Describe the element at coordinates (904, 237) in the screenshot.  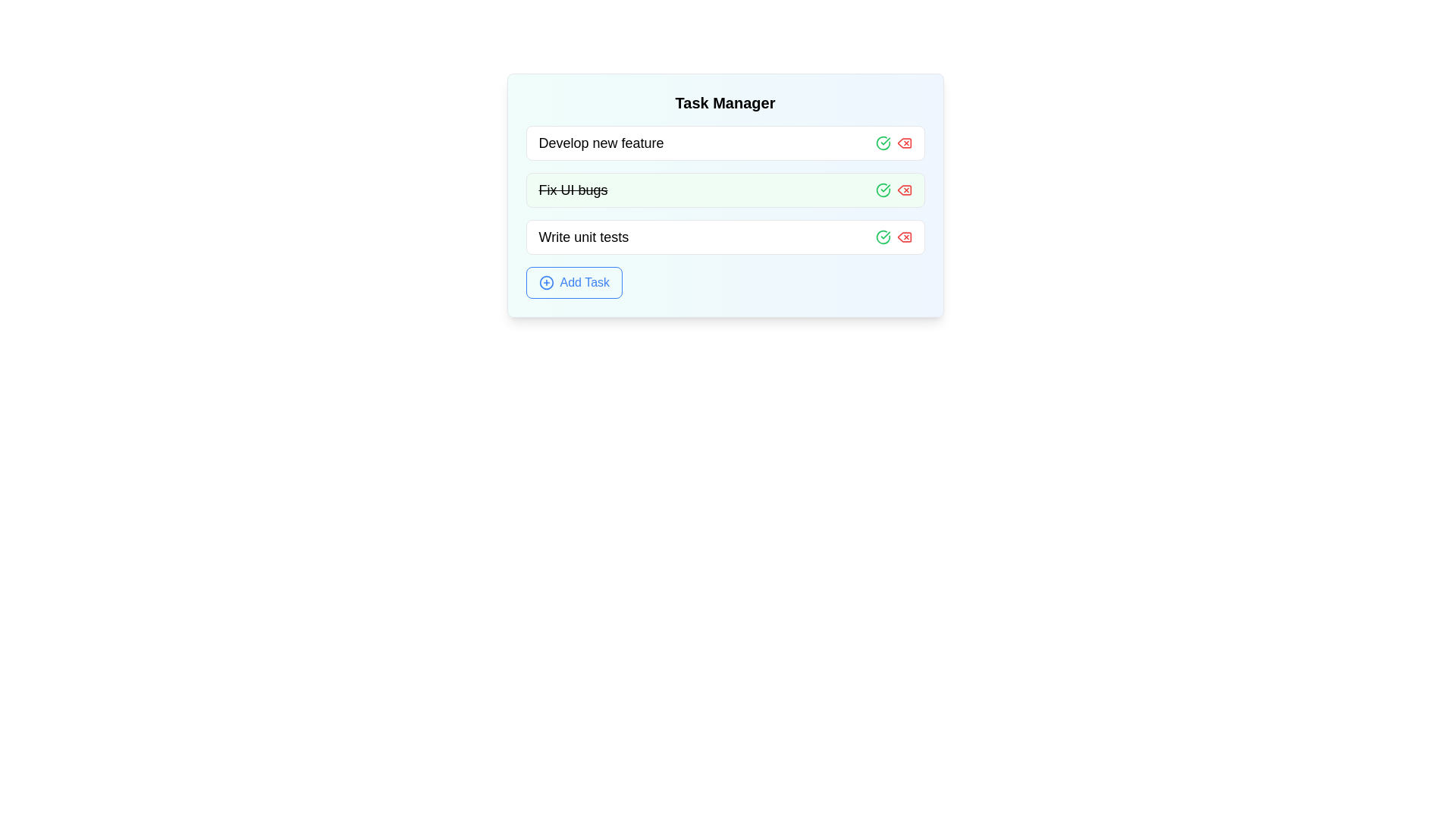
I see `the delete button for the task with title 'Write unit tests'` at that location.